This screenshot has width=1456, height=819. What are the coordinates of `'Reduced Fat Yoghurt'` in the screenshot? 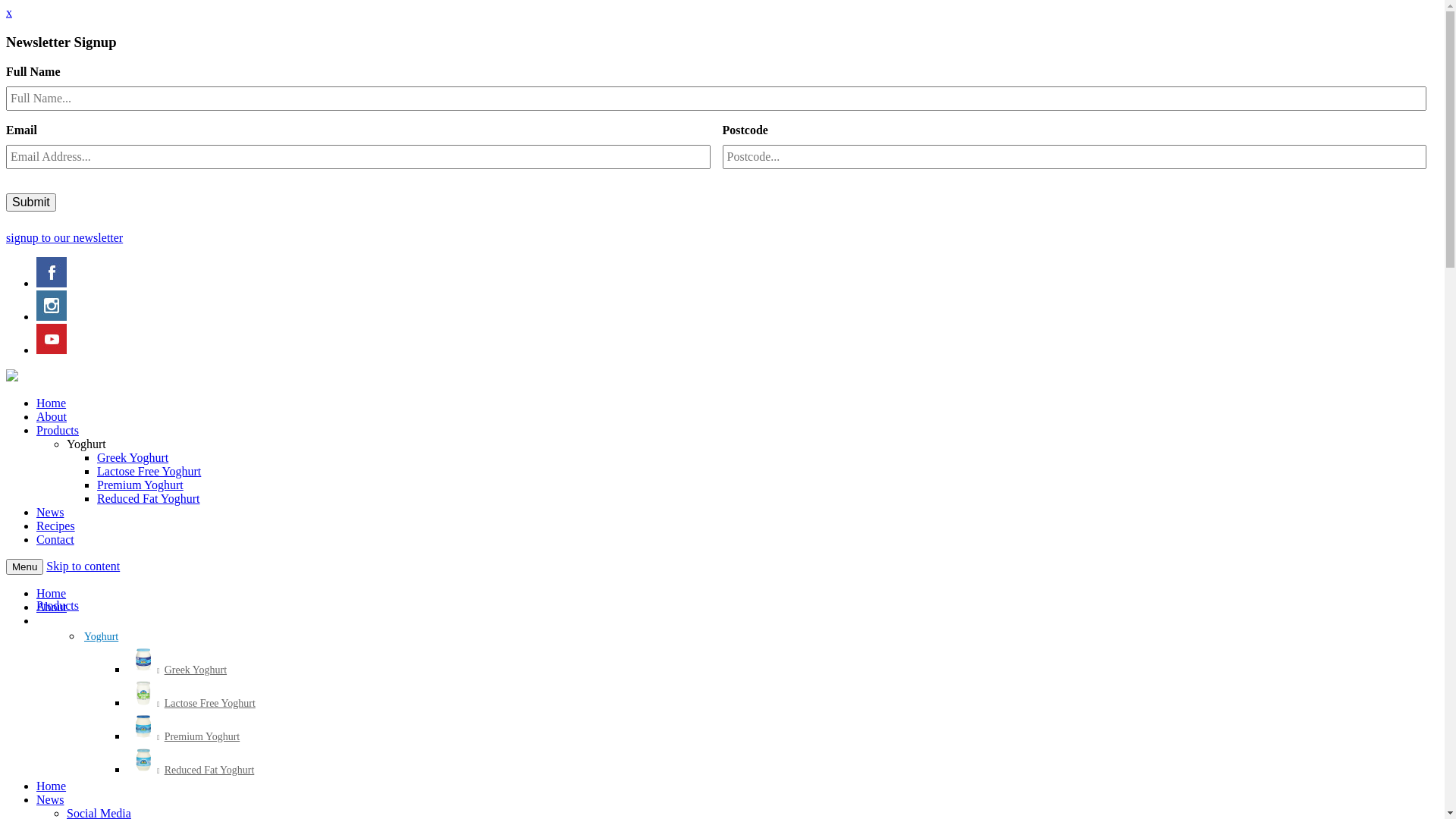 It's located at (191, 770).